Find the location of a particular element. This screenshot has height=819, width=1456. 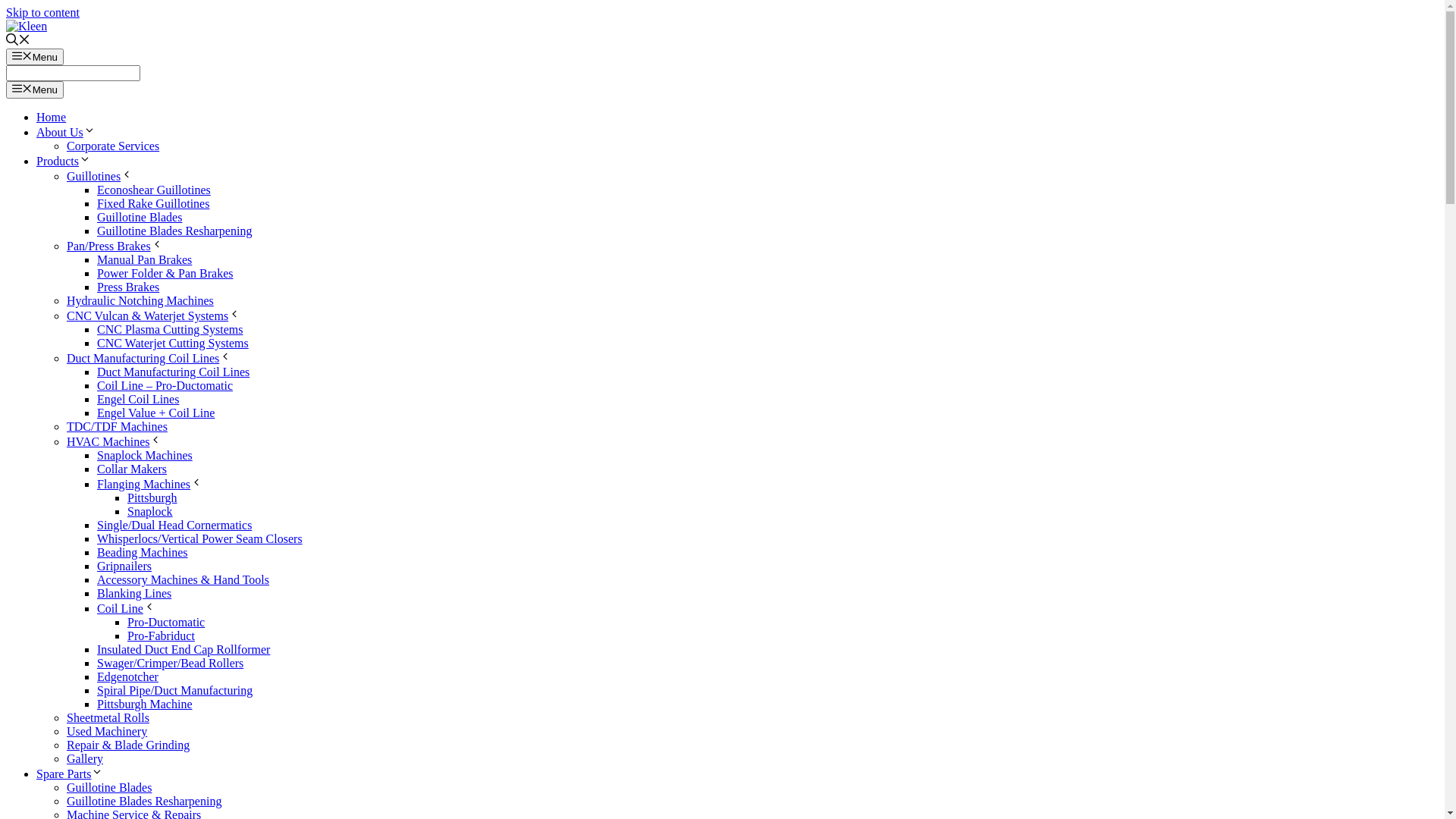

'TDC/TDF Machines' is located at coordinates (116, 426).